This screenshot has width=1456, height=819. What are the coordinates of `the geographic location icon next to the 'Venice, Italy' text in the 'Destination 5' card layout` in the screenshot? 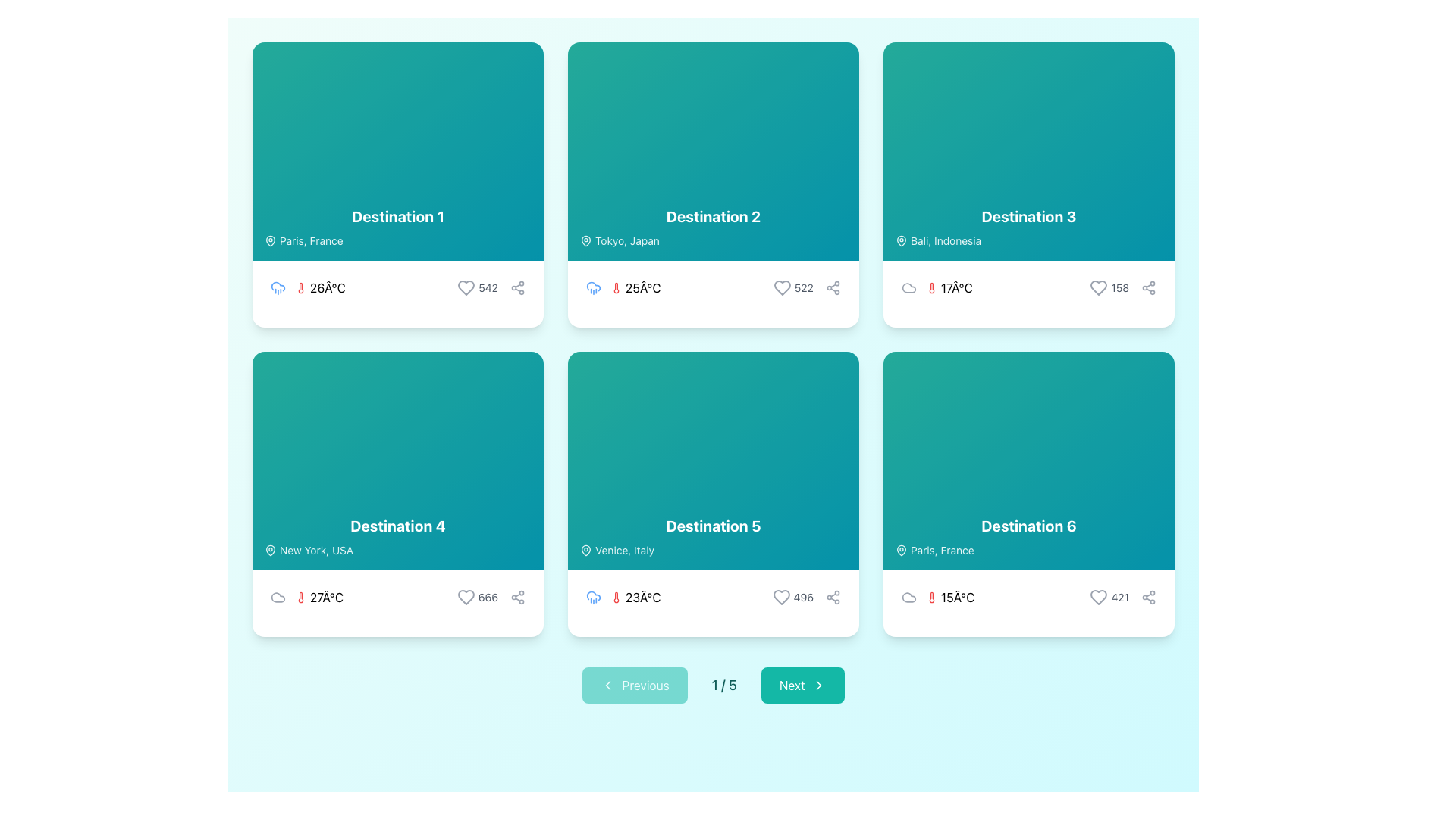 It's located at (585, 550).